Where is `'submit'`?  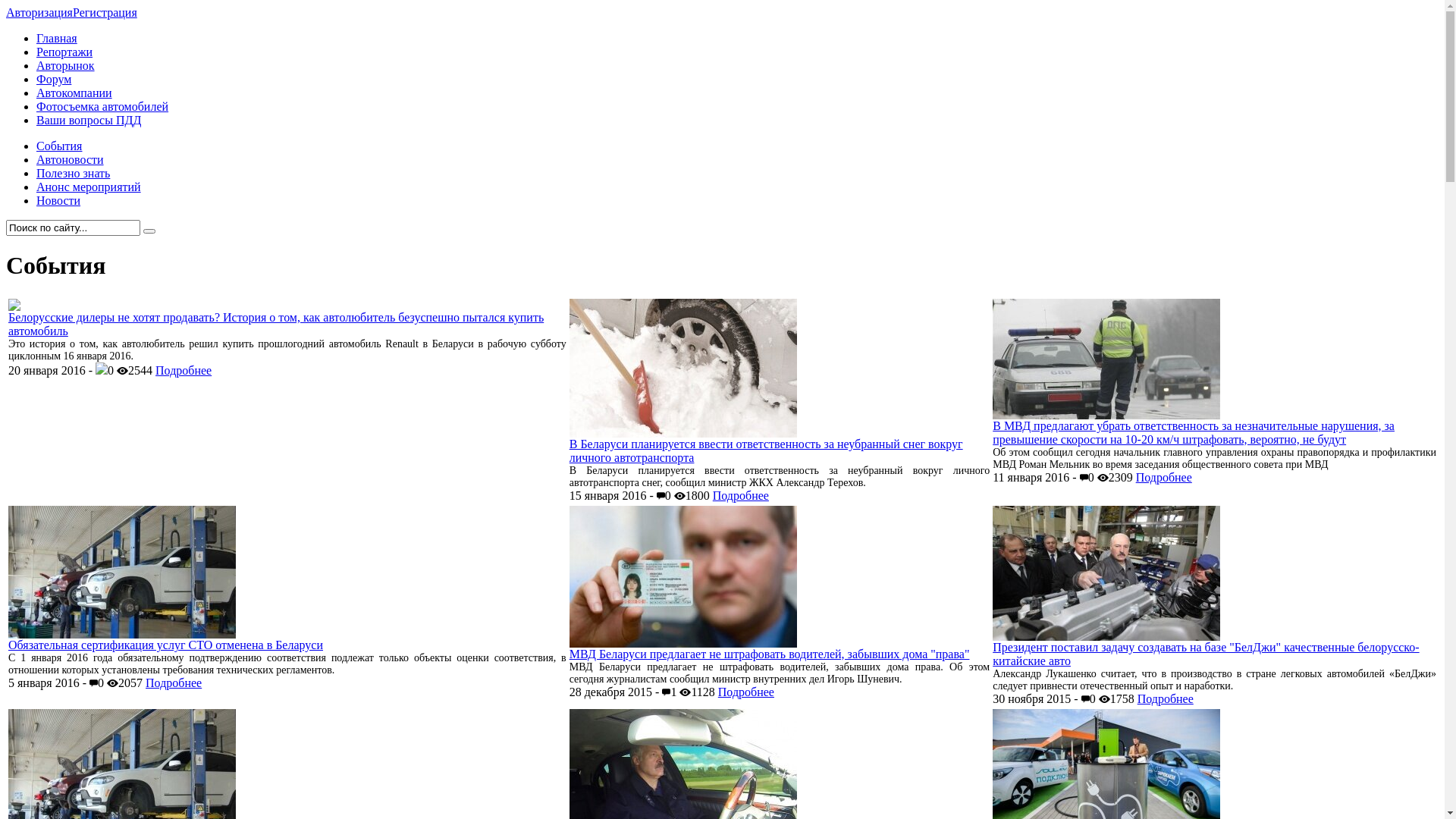 'submit' is located at coordinates (149, 231).